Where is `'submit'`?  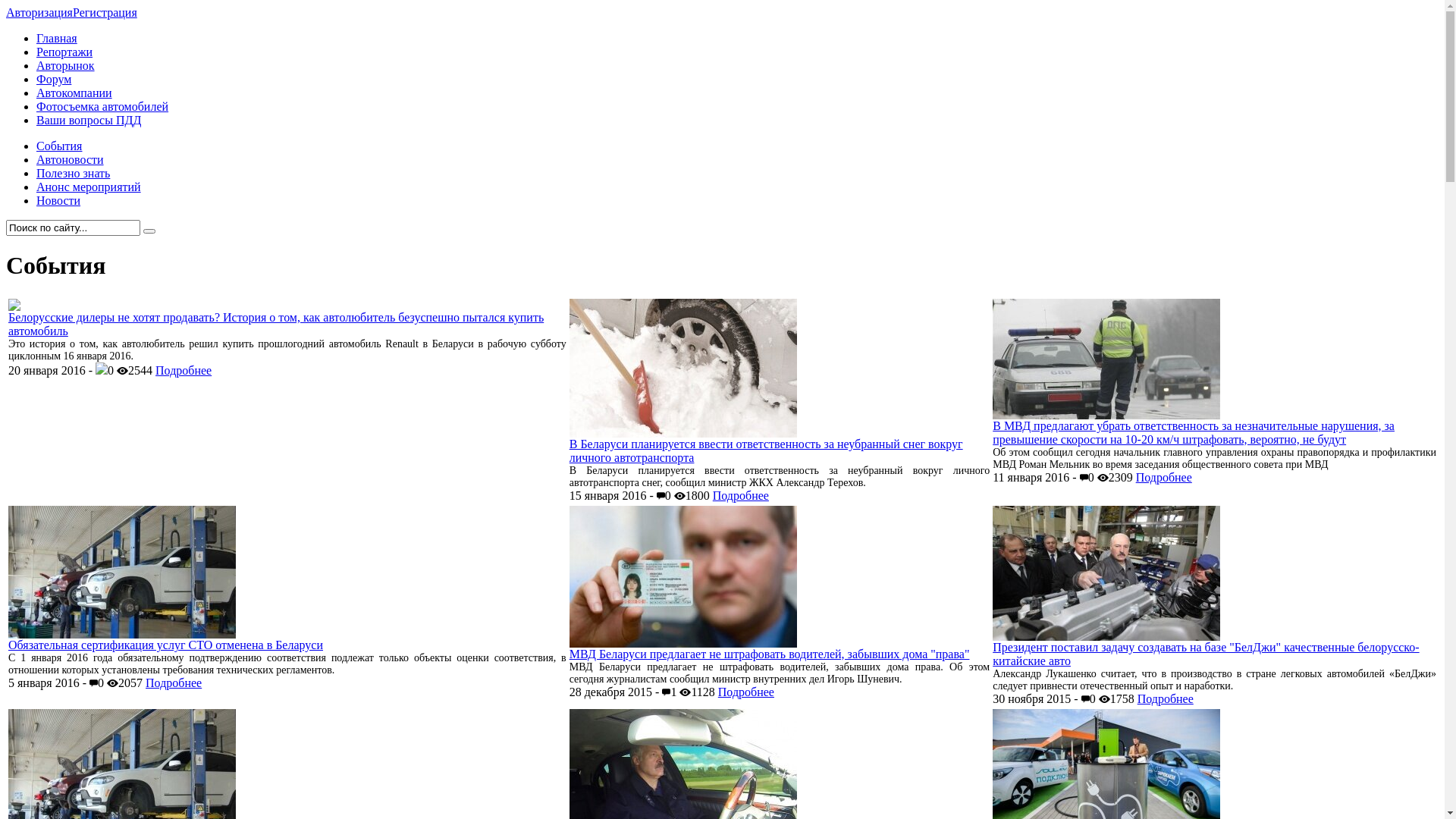 'submit' is located at coordinates (149, 231).